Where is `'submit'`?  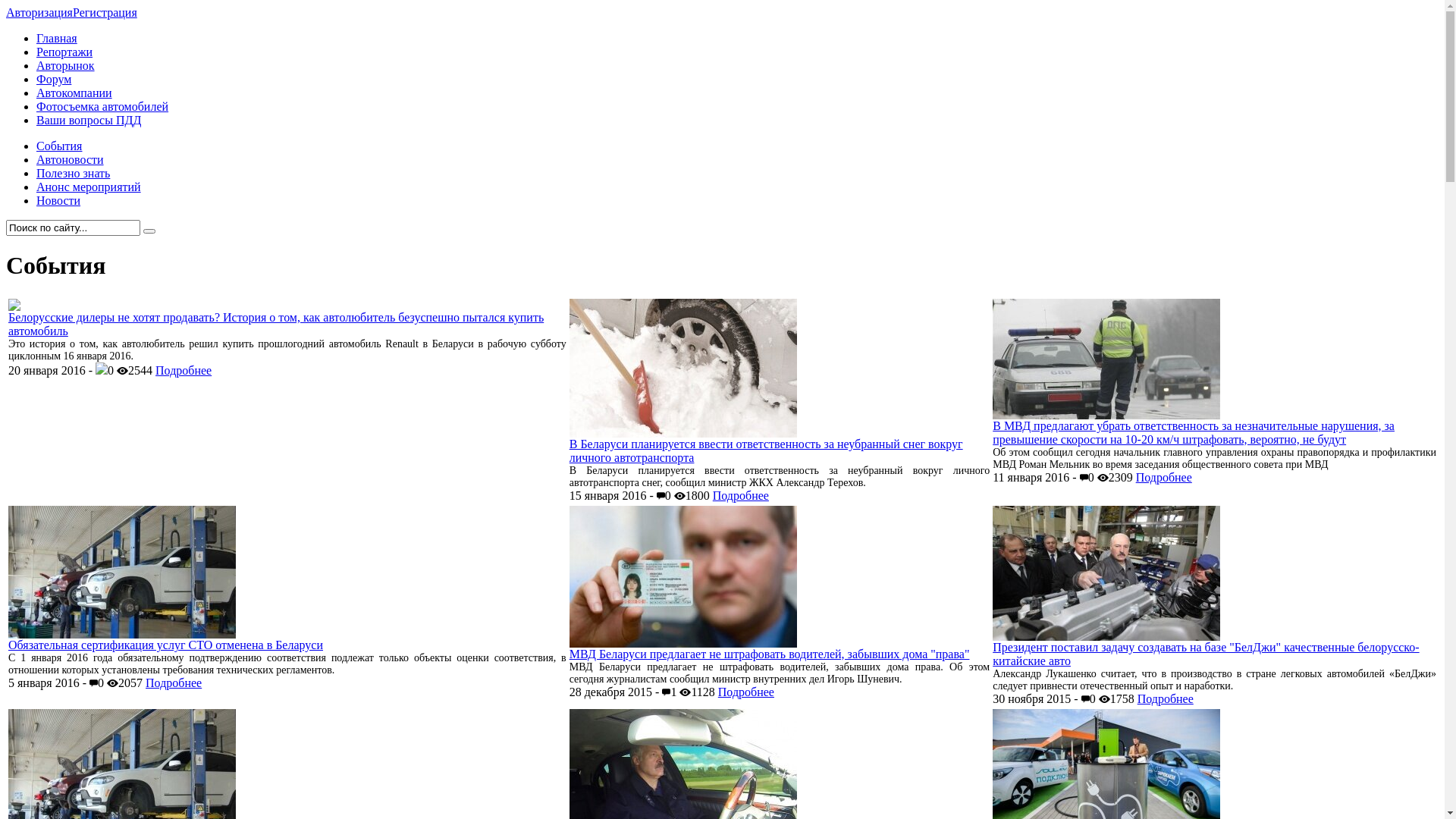 'submit' is located at coordinates (149, 231).